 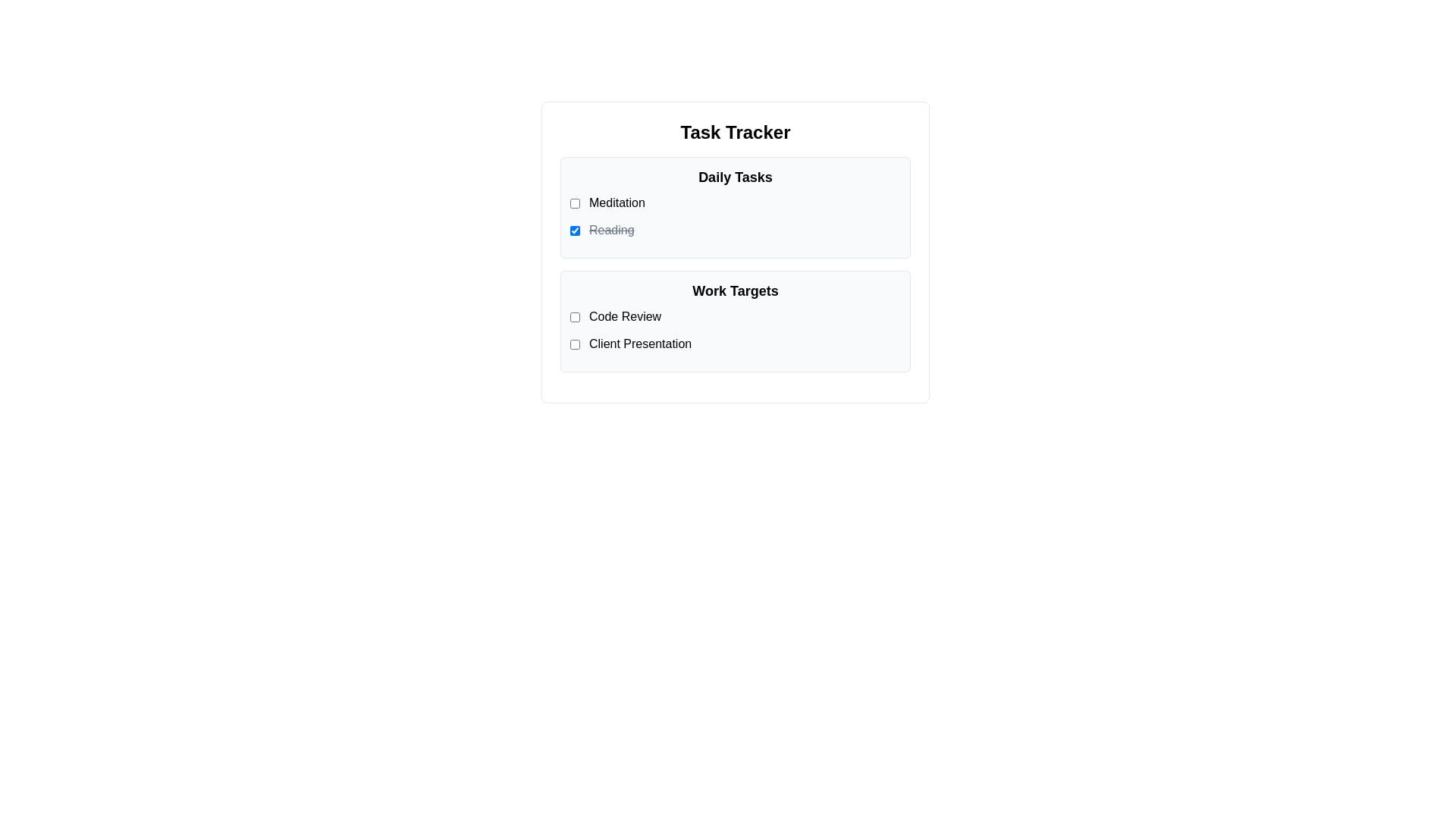 I want to click on text label that reads 'Reading' with a struck-through appearance in the 'Daily Tasks' section of the 'Task Tracker' interface, so click(x=611, y=231).